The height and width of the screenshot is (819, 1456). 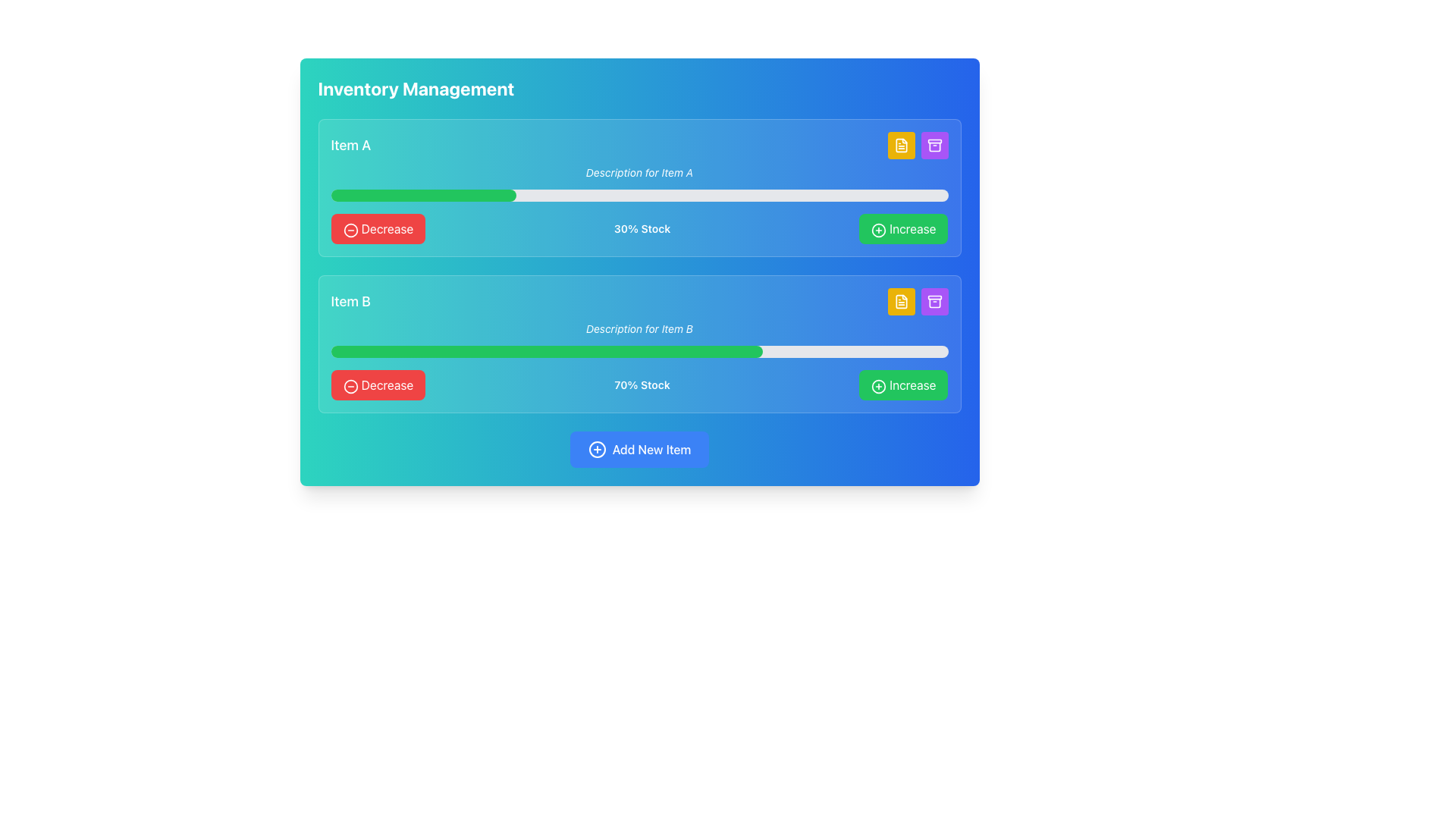 I want to click on the circular icon with a plus symbol inside the green 'Increase' button for Item B to increase the stock, so click(x=878, y=385).